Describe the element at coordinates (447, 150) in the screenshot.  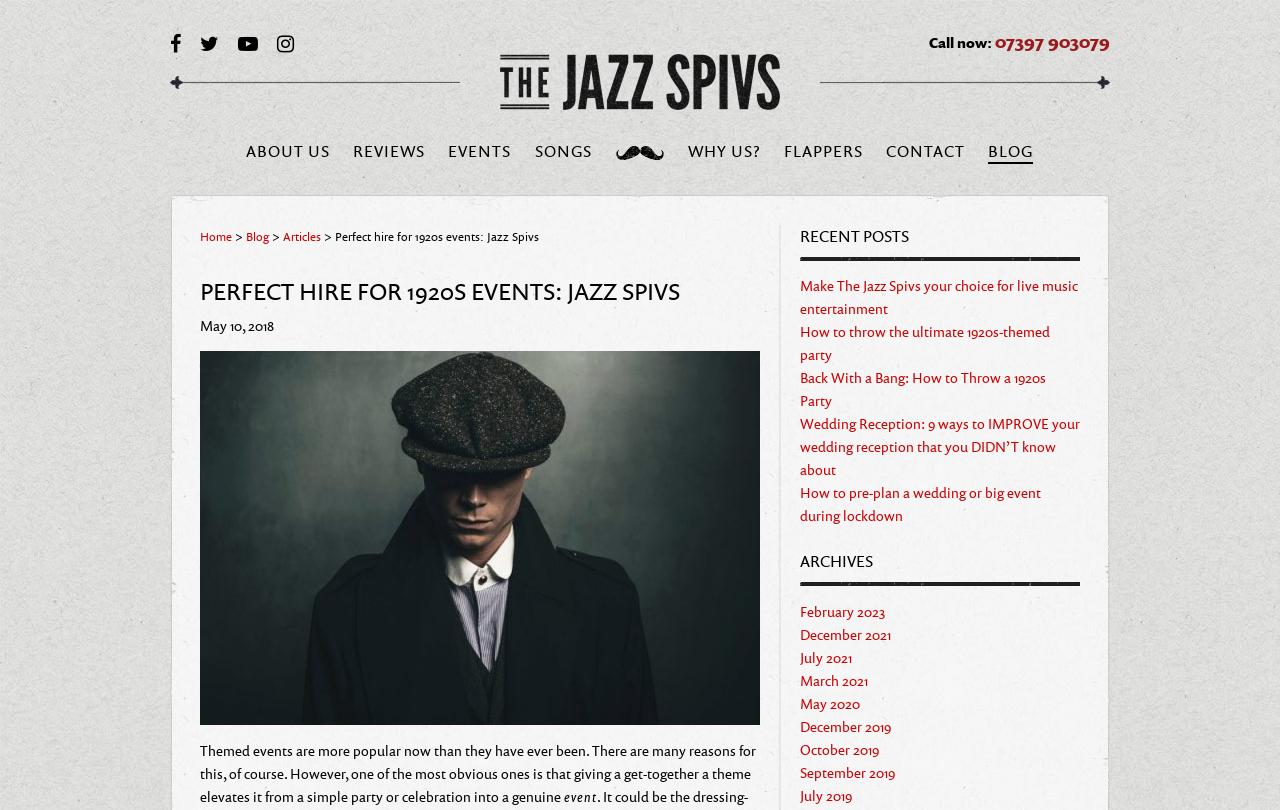
I see `'Events'` at that location.